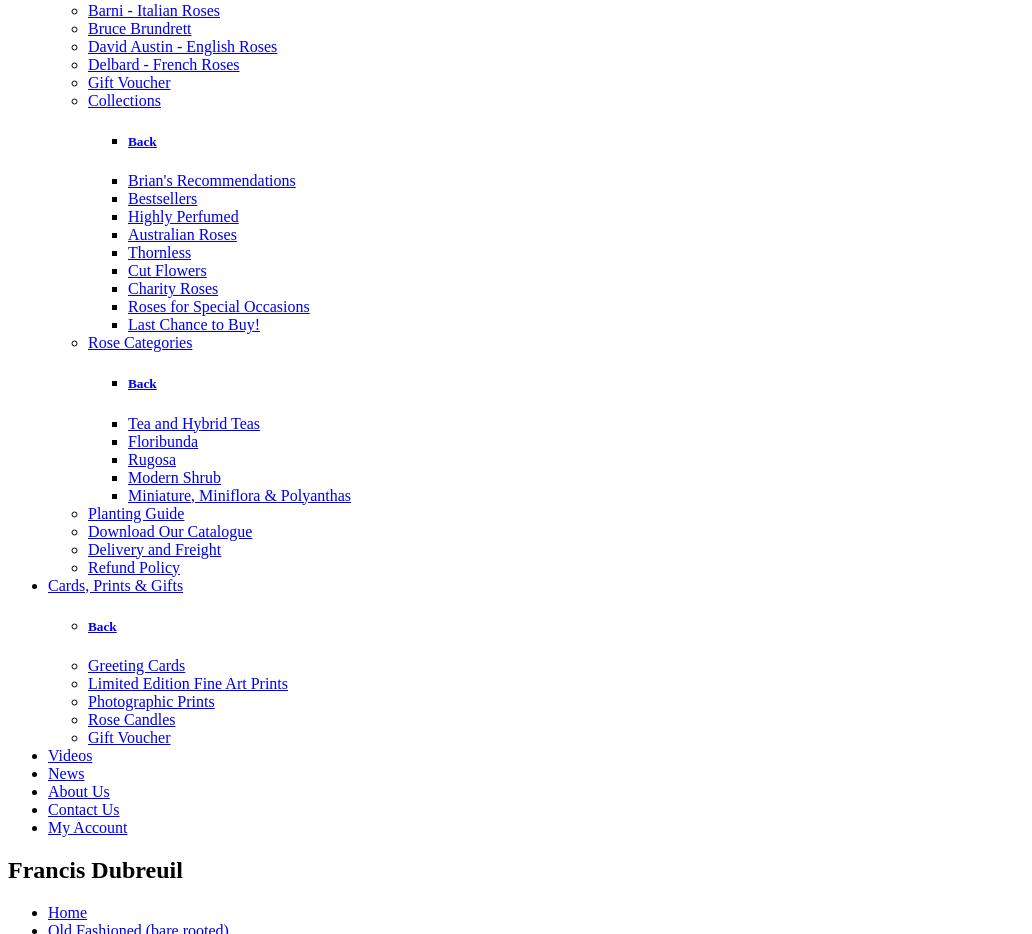 This screenshot has width=1032, height=934. I want to click on 'Greeting Cards', so click(88, 663).